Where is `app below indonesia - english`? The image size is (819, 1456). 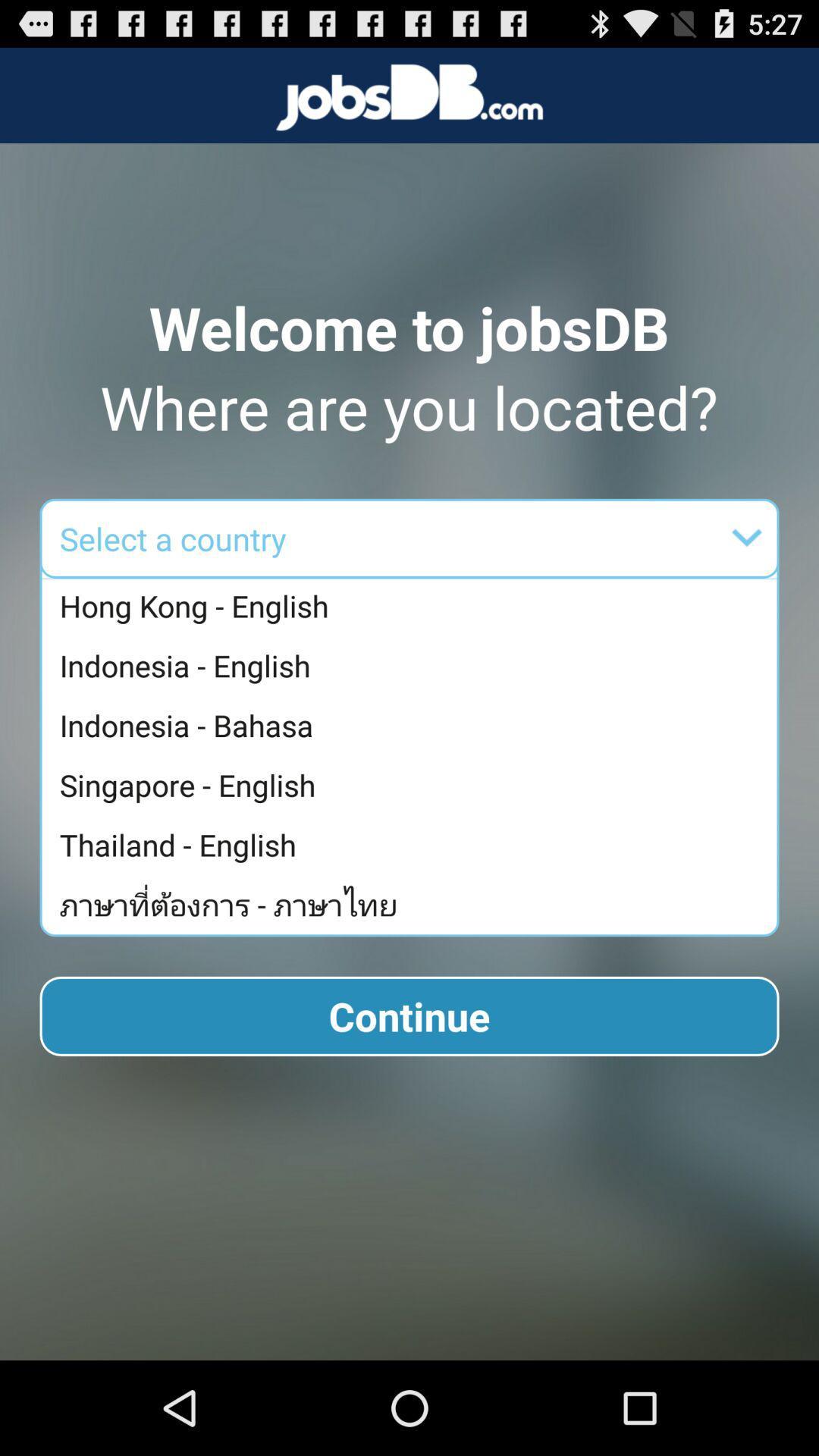
app below indonesia - english is located at coordinates (413, 724).